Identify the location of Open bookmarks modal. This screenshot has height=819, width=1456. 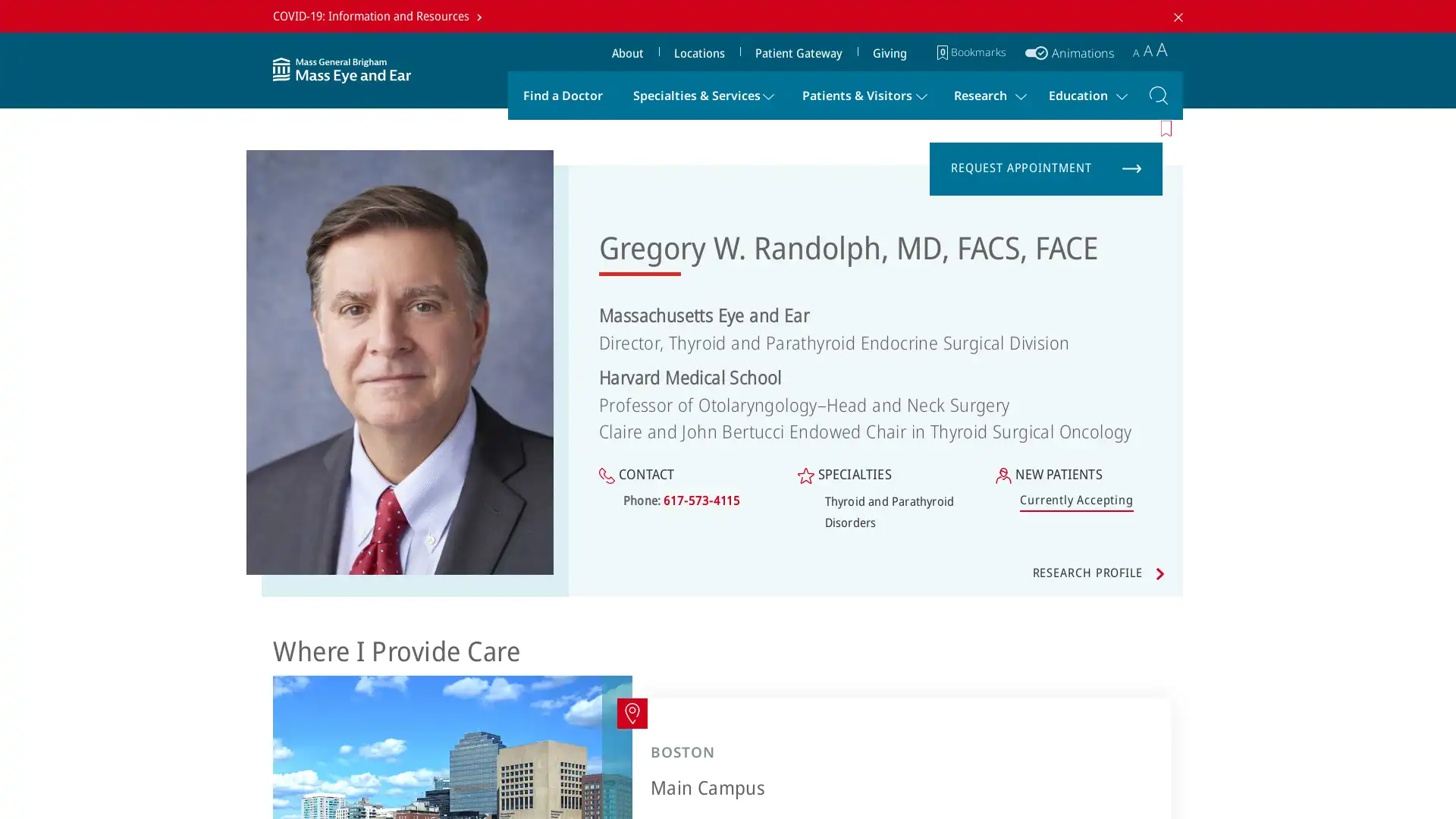
(971, 51).